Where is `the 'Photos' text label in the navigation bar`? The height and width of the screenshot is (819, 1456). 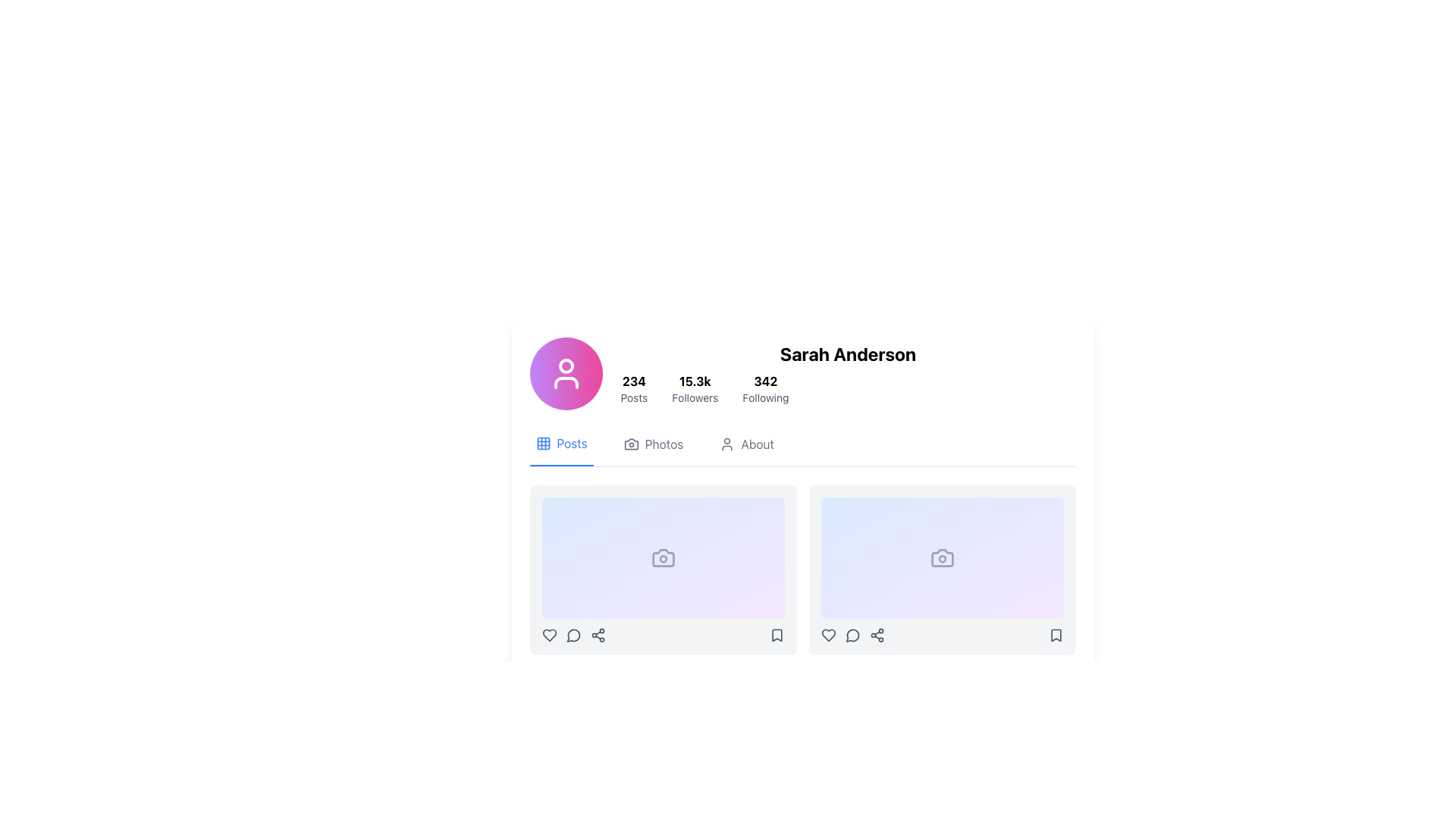
the 'Photos' text label in the navigation bar is located at coordinates (664, 444).